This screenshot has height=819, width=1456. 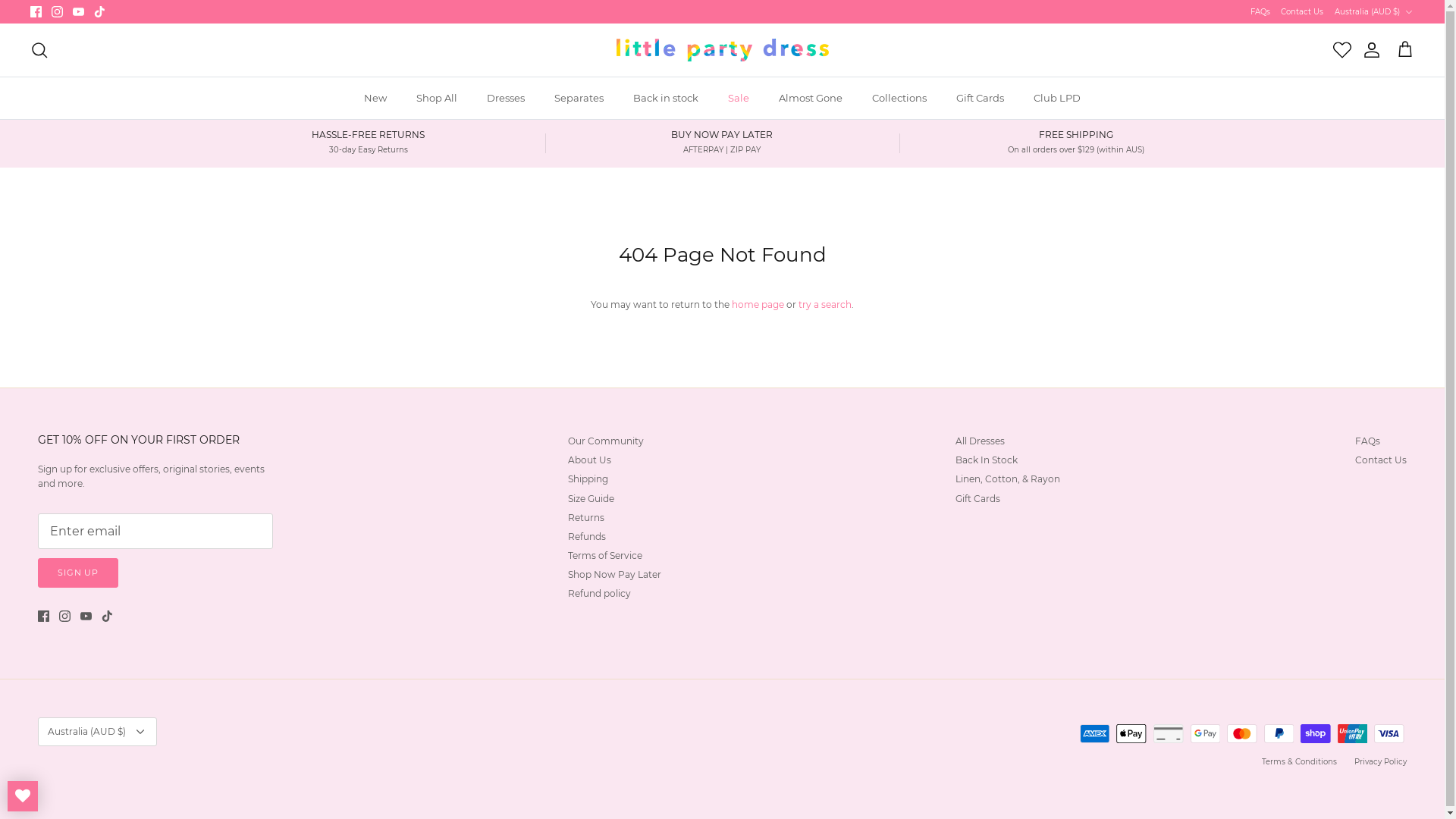 What do you see at coordinates (1250, 11) in the screenshot?
I see `'FAQs'` at bounding box center [1250, 11].